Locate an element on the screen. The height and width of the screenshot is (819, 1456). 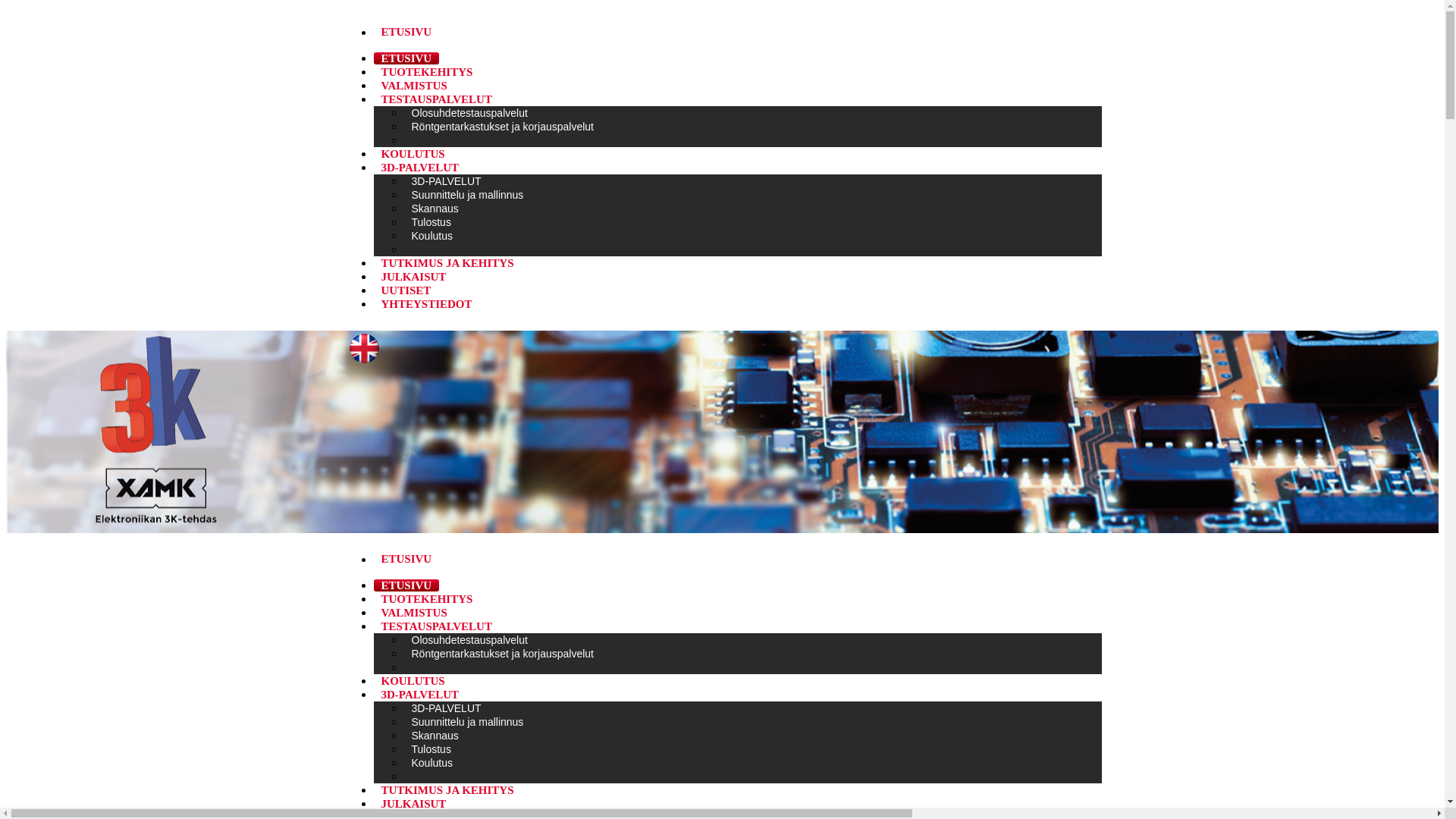
'ETUSIVU ' is located at coordinates (736, 32).